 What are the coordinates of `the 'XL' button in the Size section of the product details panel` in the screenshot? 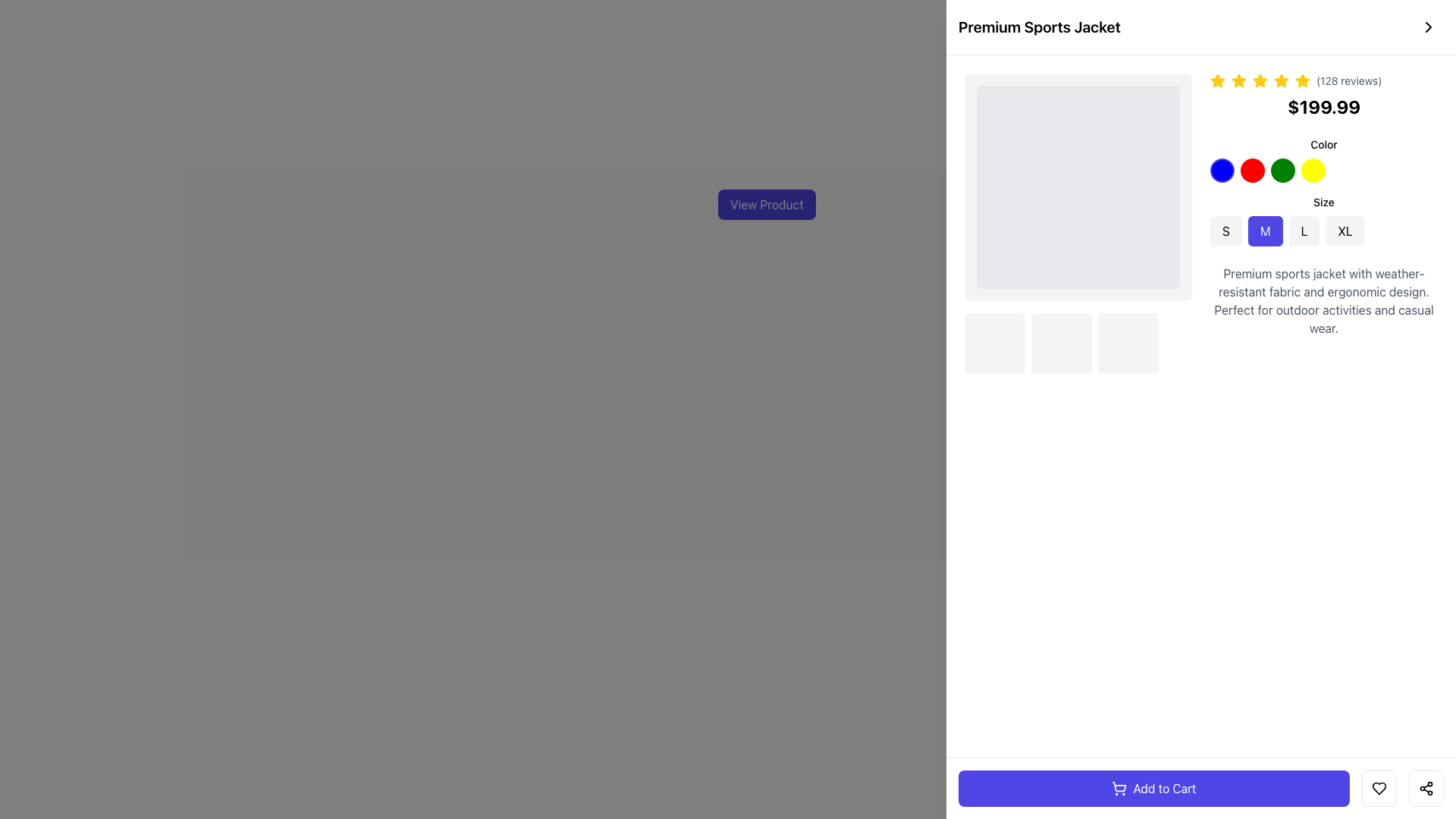 It's located at (1345, 231).